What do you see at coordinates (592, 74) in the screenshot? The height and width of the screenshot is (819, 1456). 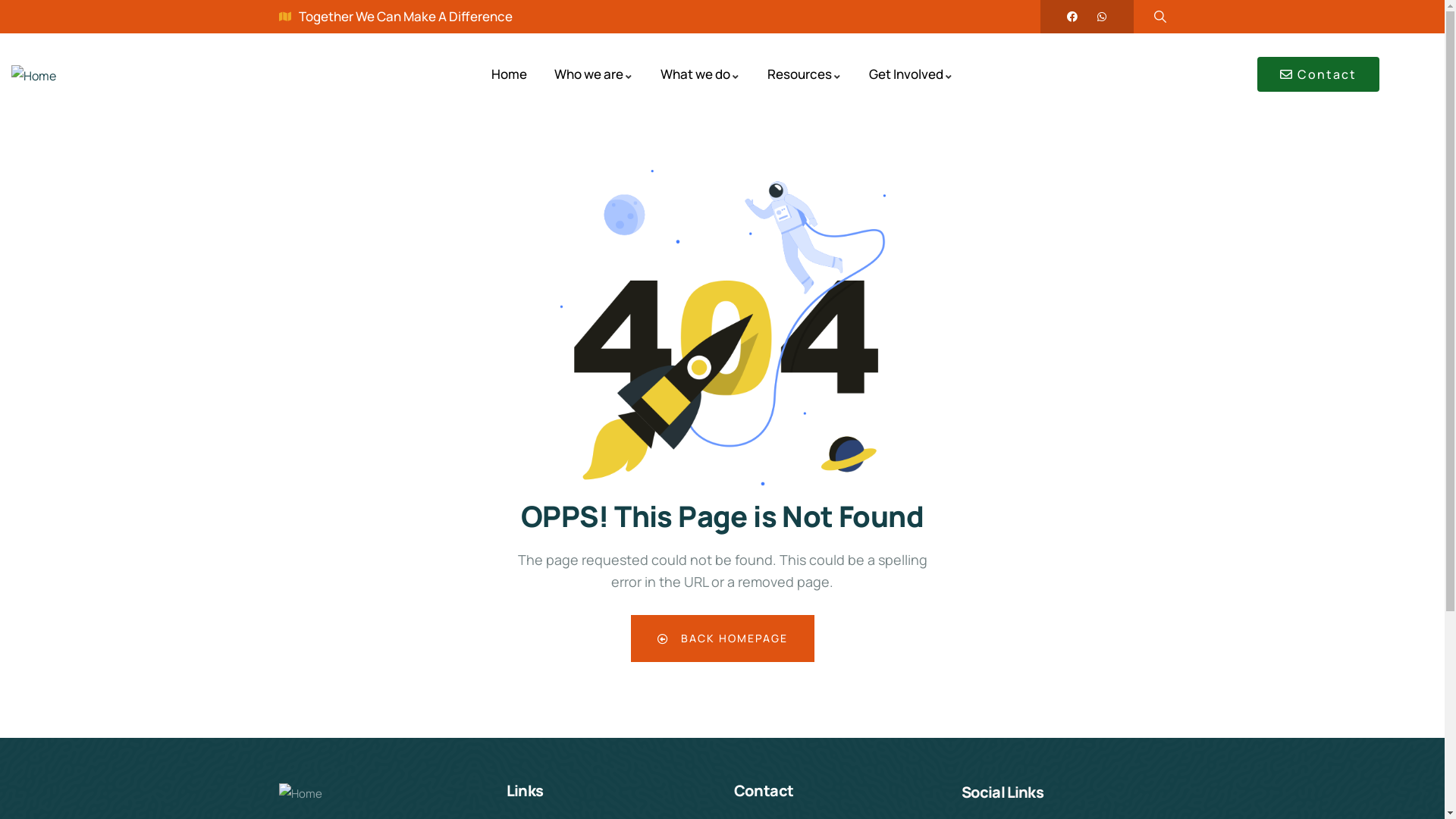 I see `'Who we are'` at bounding box center [592, 74].